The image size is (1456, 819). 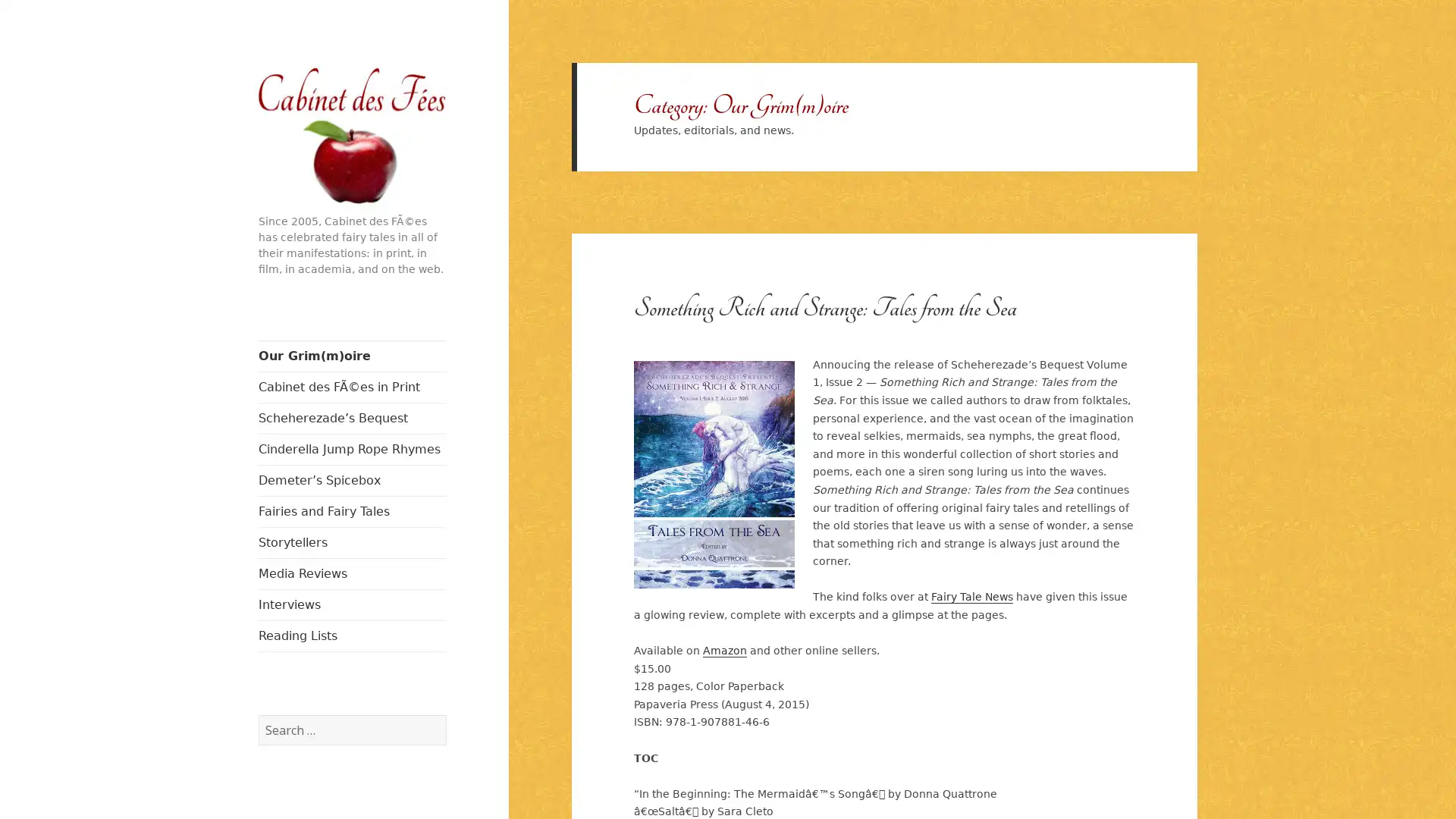 What do you see at coordinates (444, 714) in the screenshot?
I see `Search` at bounding box center [444, 714].